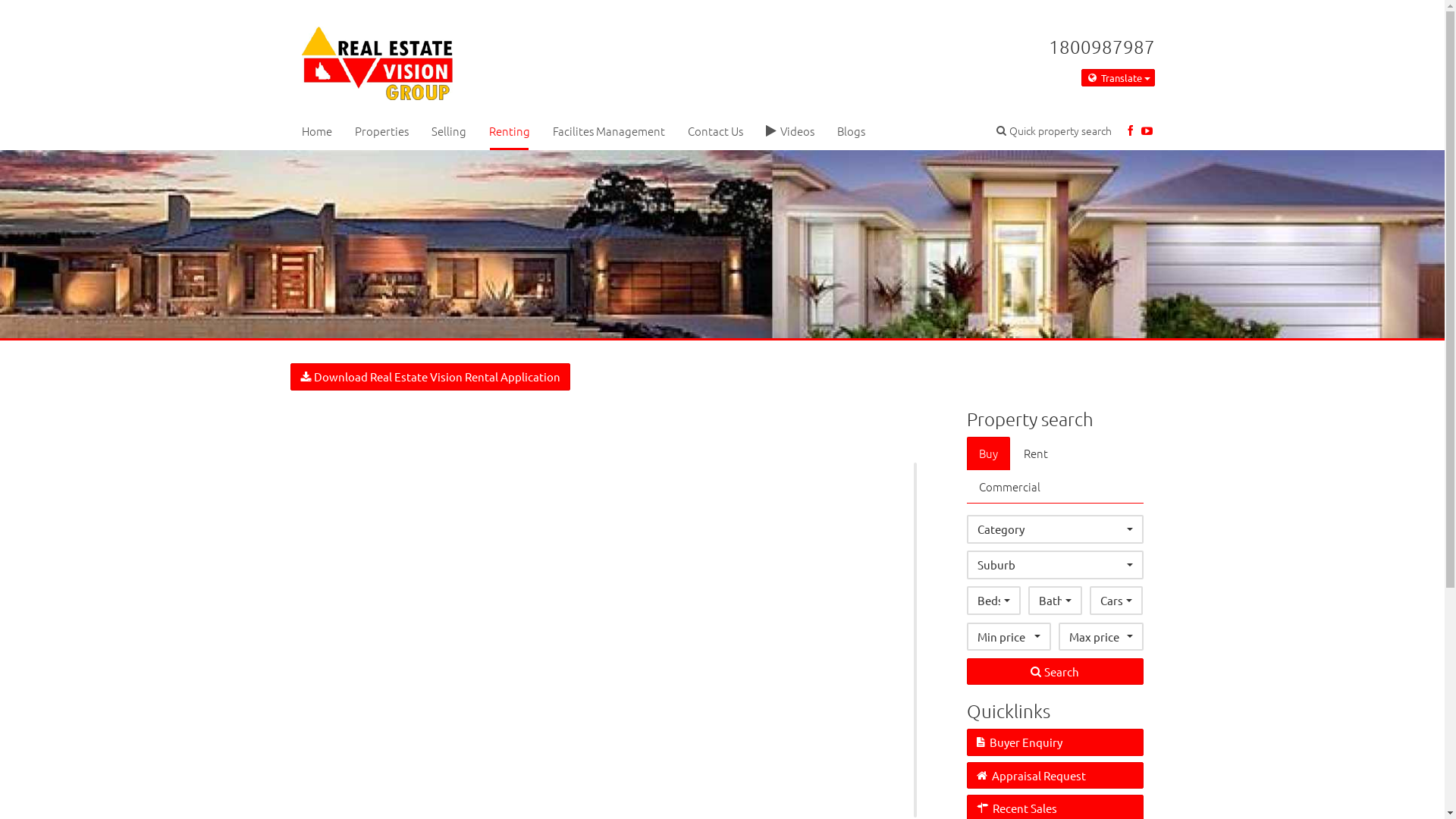 Image resolution: width=1456 pixels, height=819 pixels. Describe the element at coordinates (1053, 130) in the screenshot. I see `'Quick property search'` at that location.